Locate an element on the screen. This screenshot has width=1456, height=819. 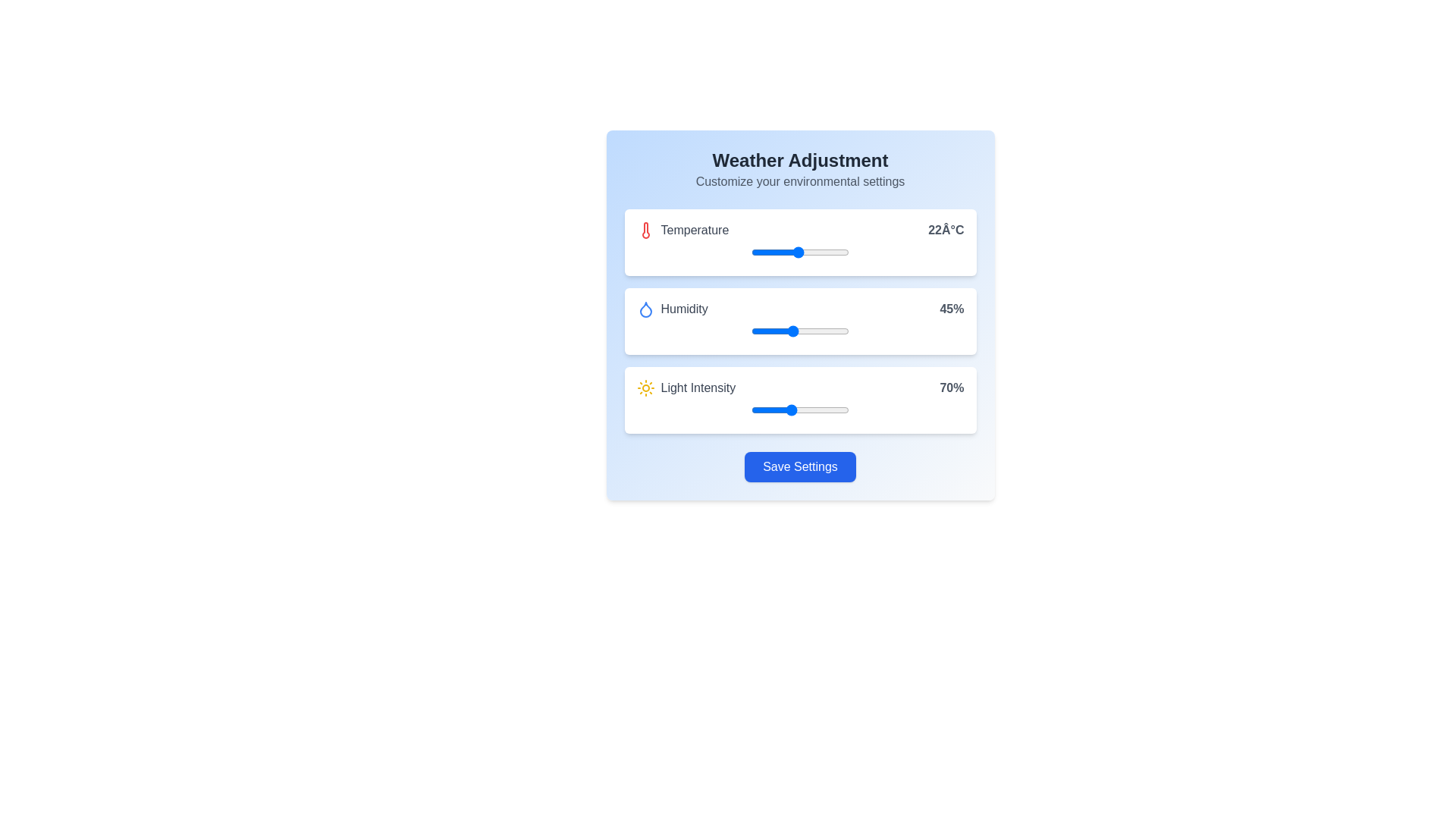
the light intensity is located at coordinates (767, 409).